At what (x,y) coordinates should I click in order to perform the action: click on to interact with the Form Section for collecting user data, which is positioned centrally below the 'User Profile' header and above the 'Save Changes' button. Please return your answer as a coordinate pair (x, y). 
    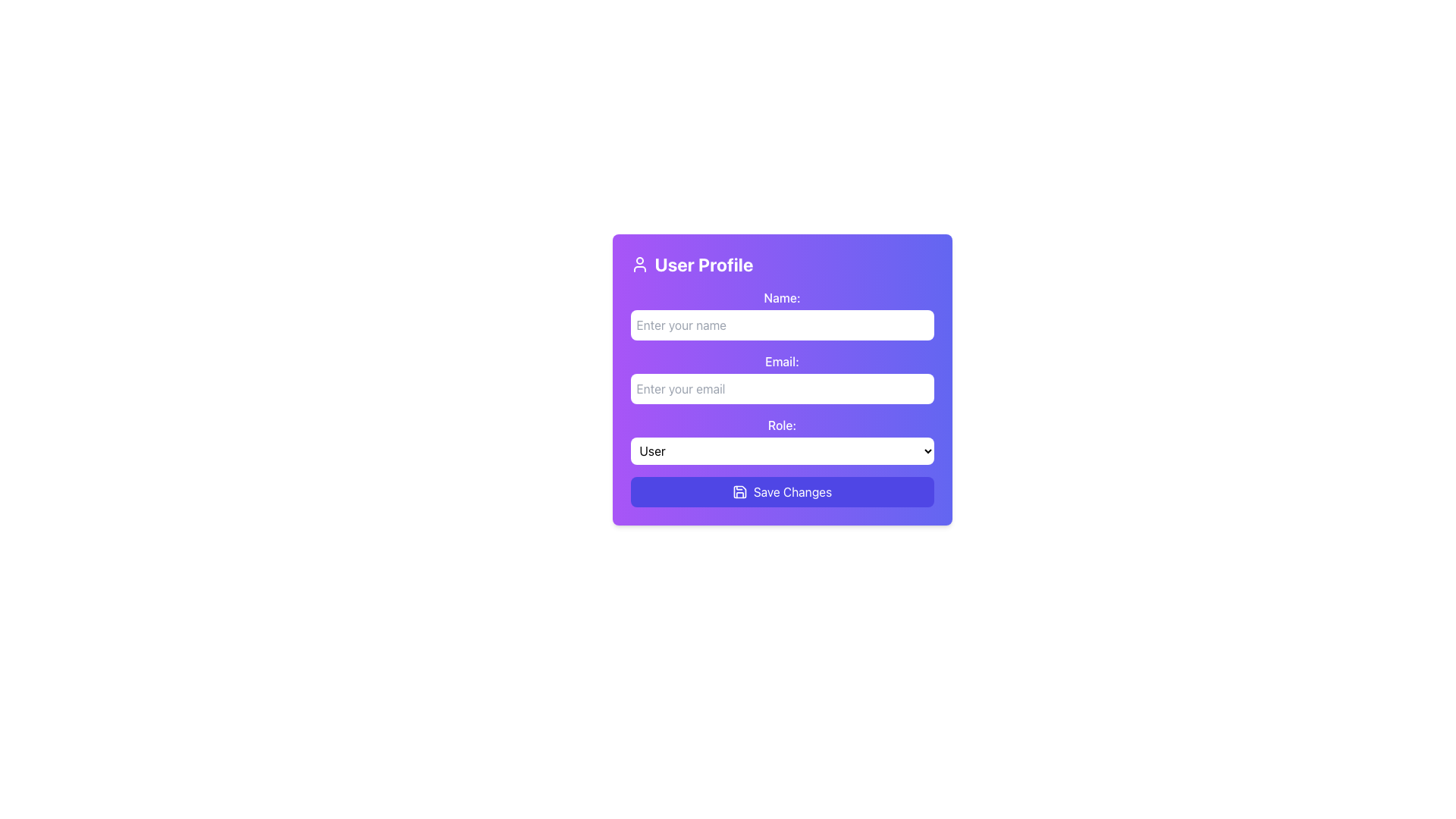
    Looking at the image, I should click on (782, 397).